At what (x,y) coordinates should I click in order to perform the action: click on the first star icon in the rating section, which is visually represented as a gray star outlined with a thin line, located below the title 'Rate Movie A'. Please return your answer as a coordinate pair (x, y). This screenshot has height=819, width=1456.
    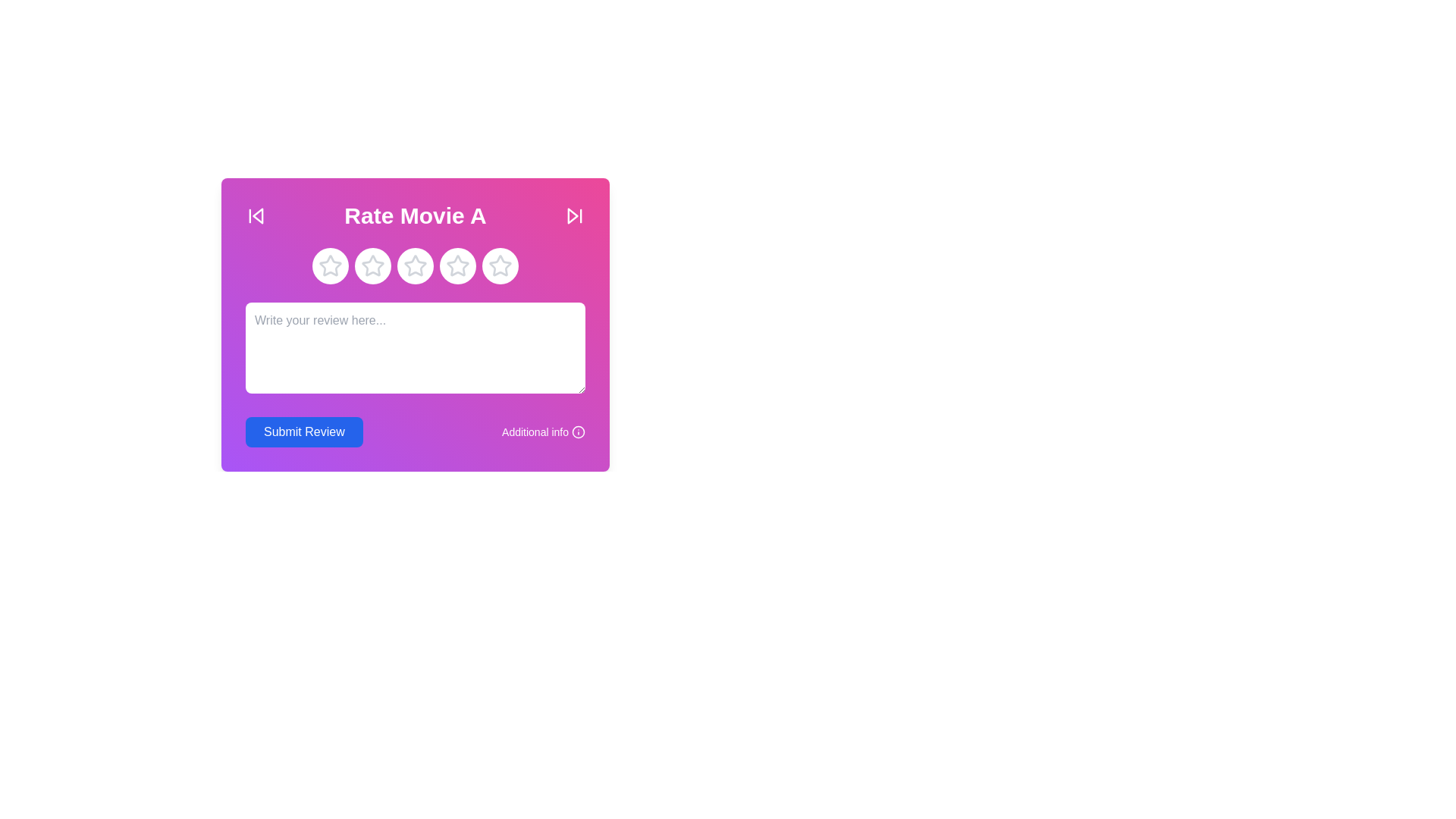
    Looking at the image, I should click on (330, 265).